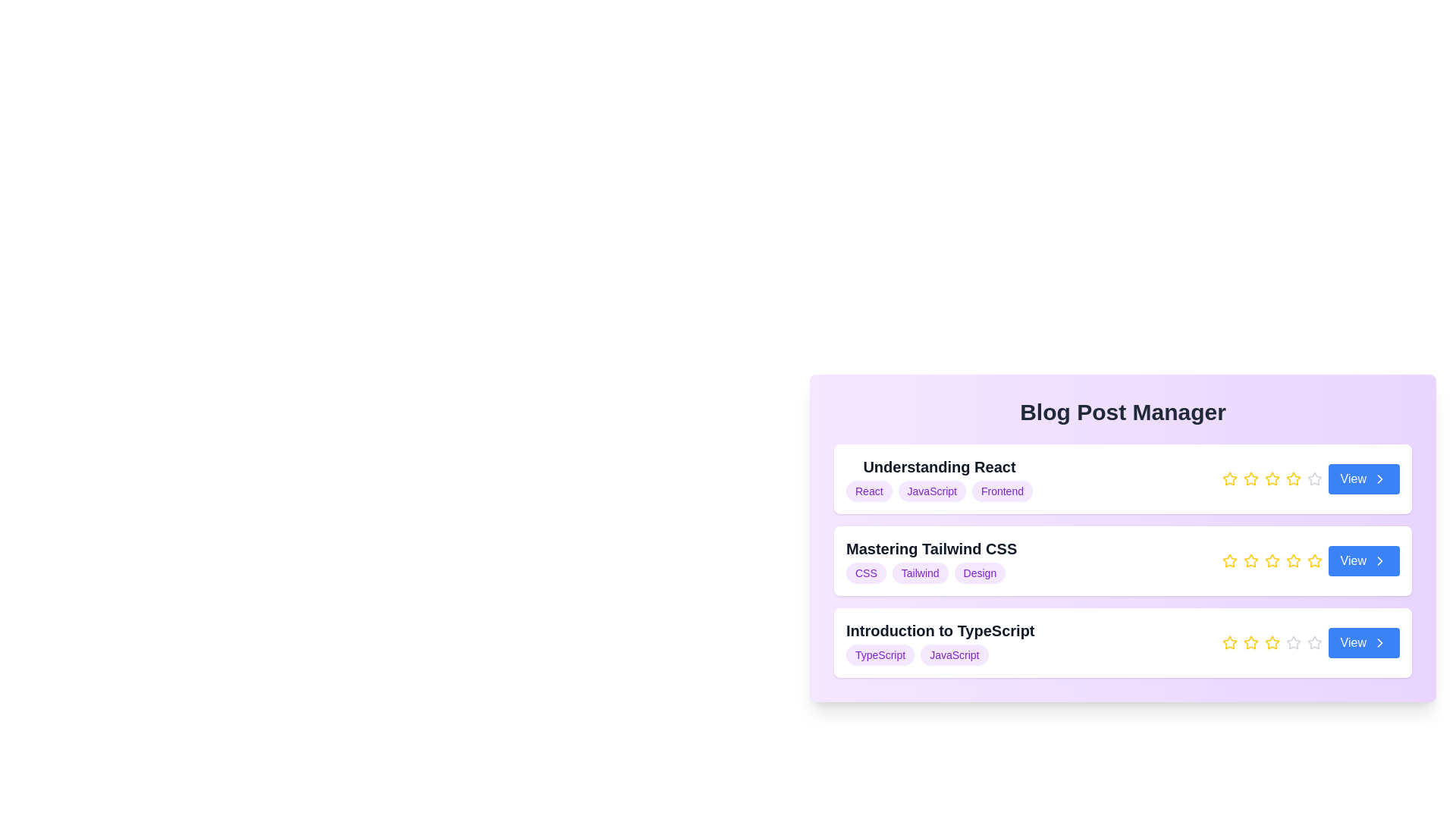 This screenshot has width=1456, height=819. Describe the element at coordinates (1313, 561) in the screenshot. I see `on the fifth yellow star icon in the rating section for 'Mastering Tailwind CSS'` at that location.